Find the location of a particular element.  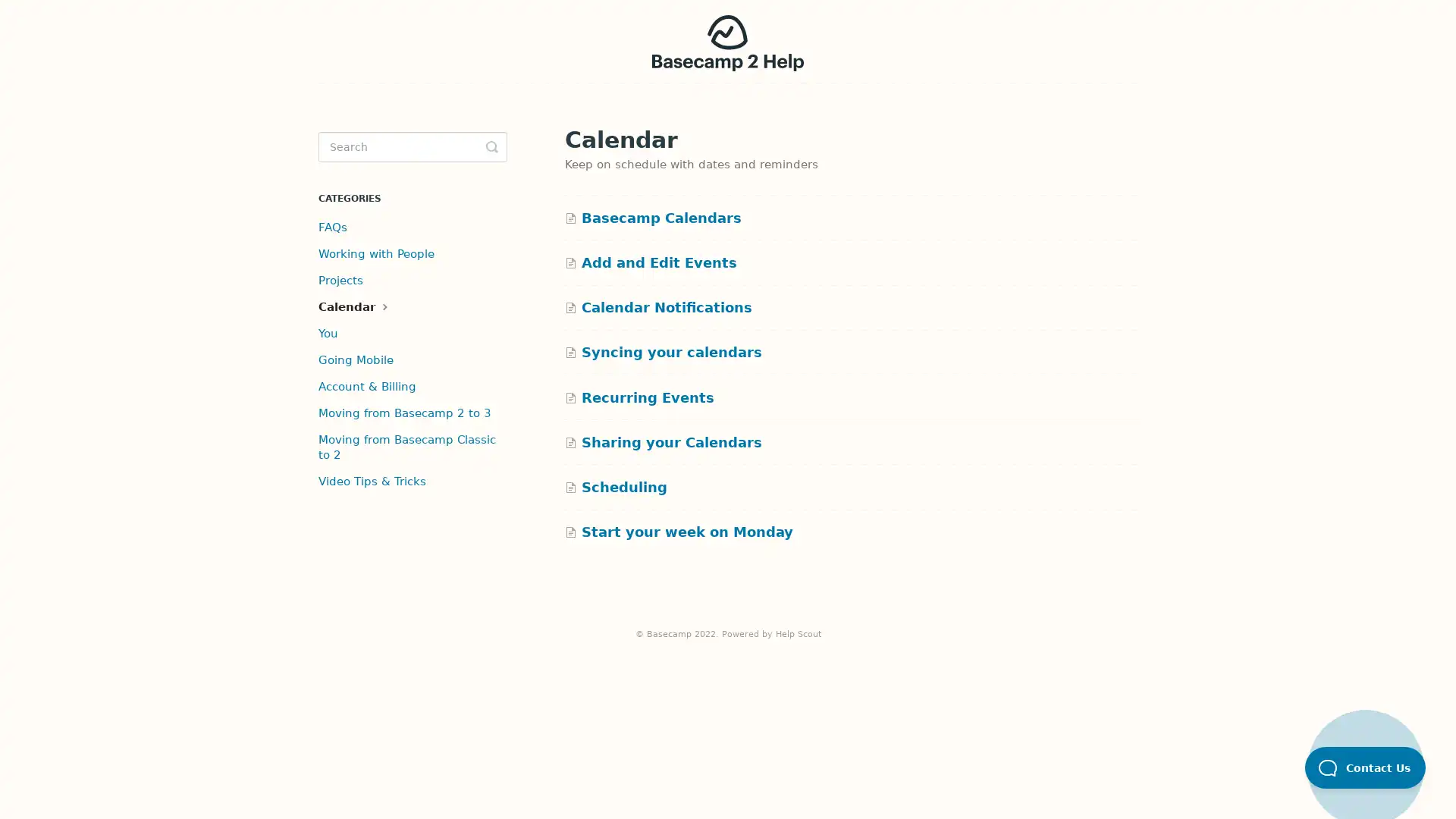

Toggle Search is located at coordinates (491, 146).